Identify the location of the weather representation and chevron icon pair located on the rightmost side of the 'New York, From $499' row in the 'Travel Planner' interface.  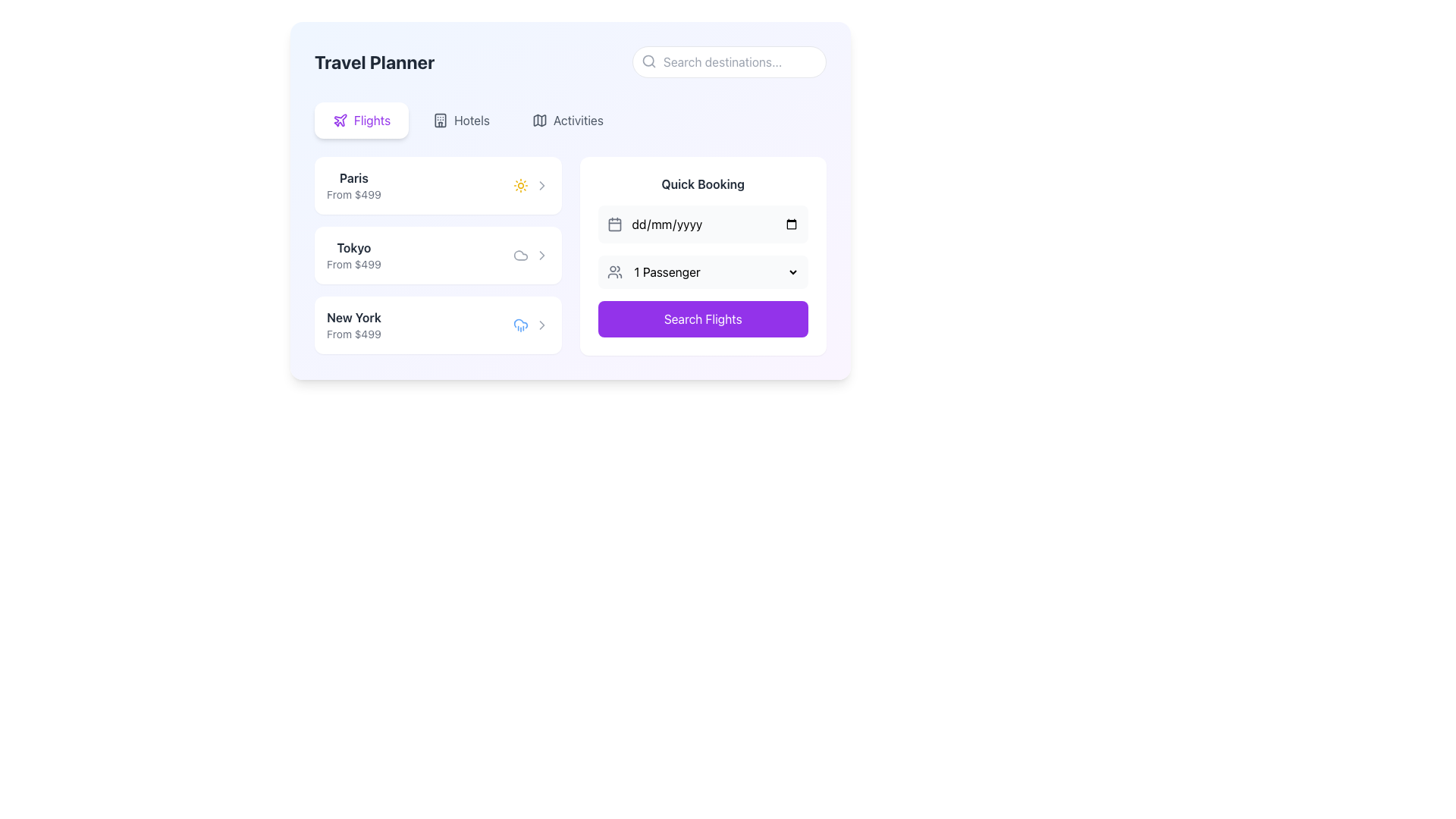
(531, 324).